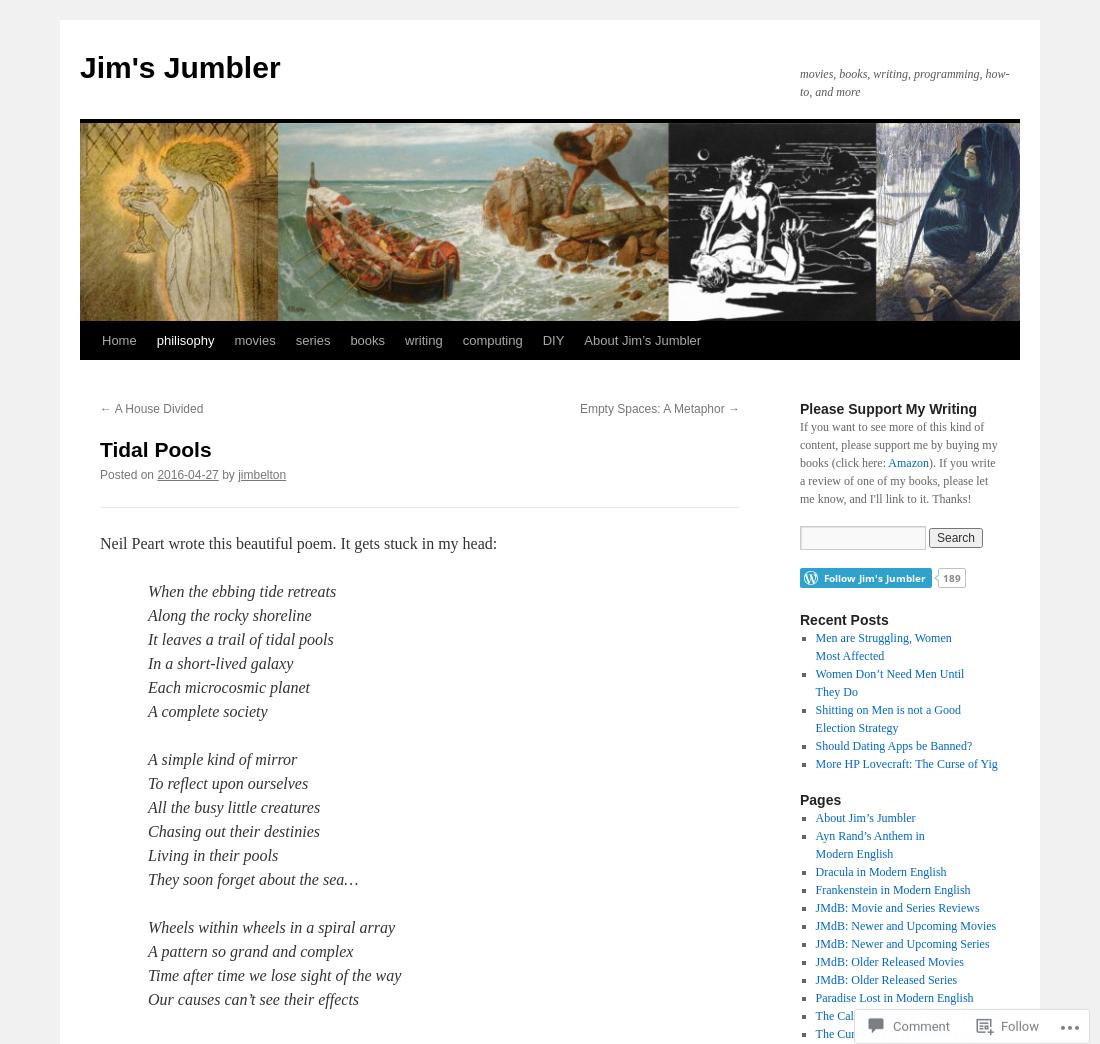  I want to click on 'Along the rocky shoreline', so click(146, 615).